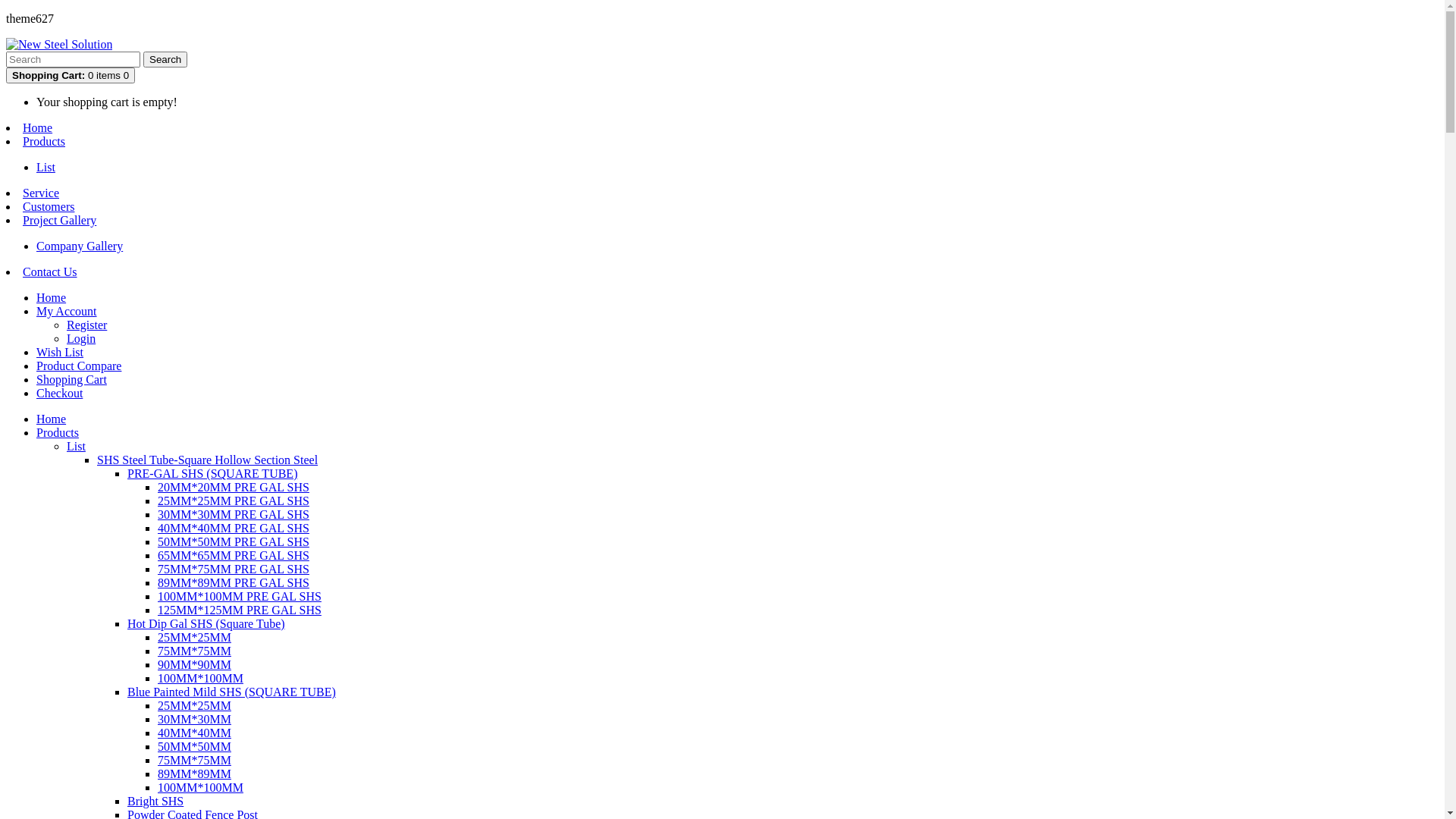 Image resolution: width=1456 pixels, height=819 pixels. Describe the element at coordinates (155, 800) in the screenshot. I see `'Bright SHS'` at that location.